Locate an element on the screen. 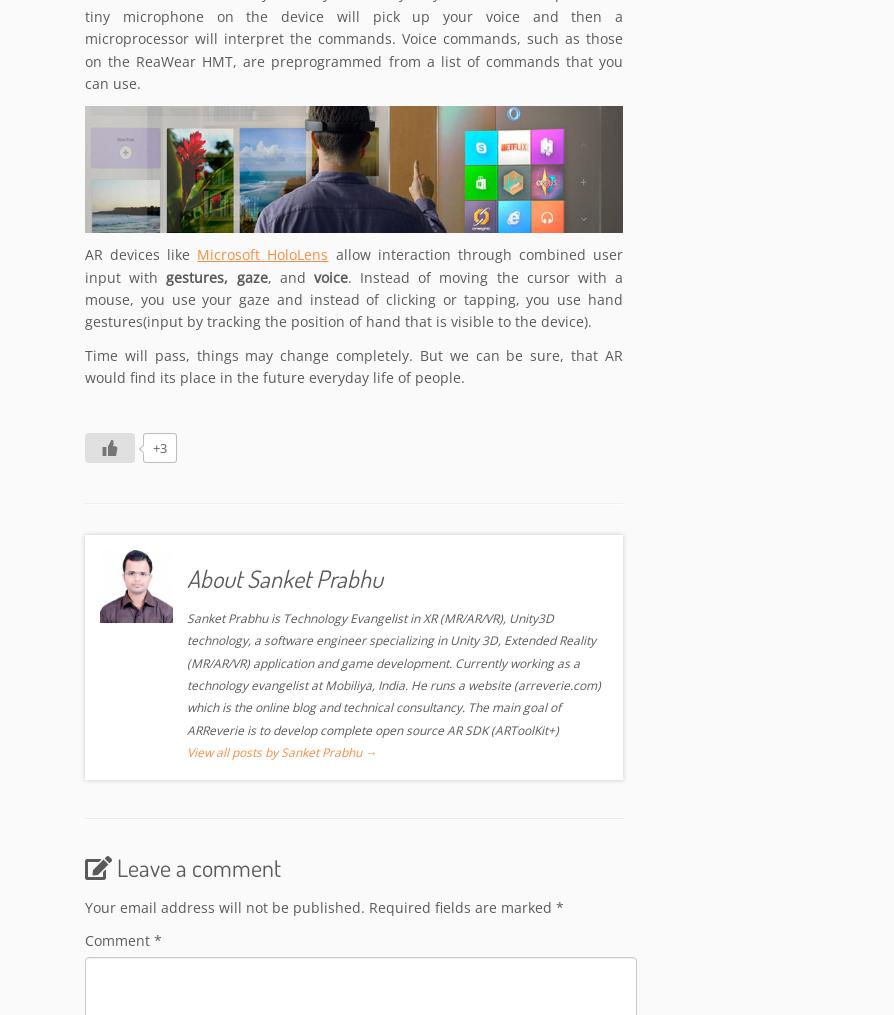  ', and' is located at coordinates (289, 278).